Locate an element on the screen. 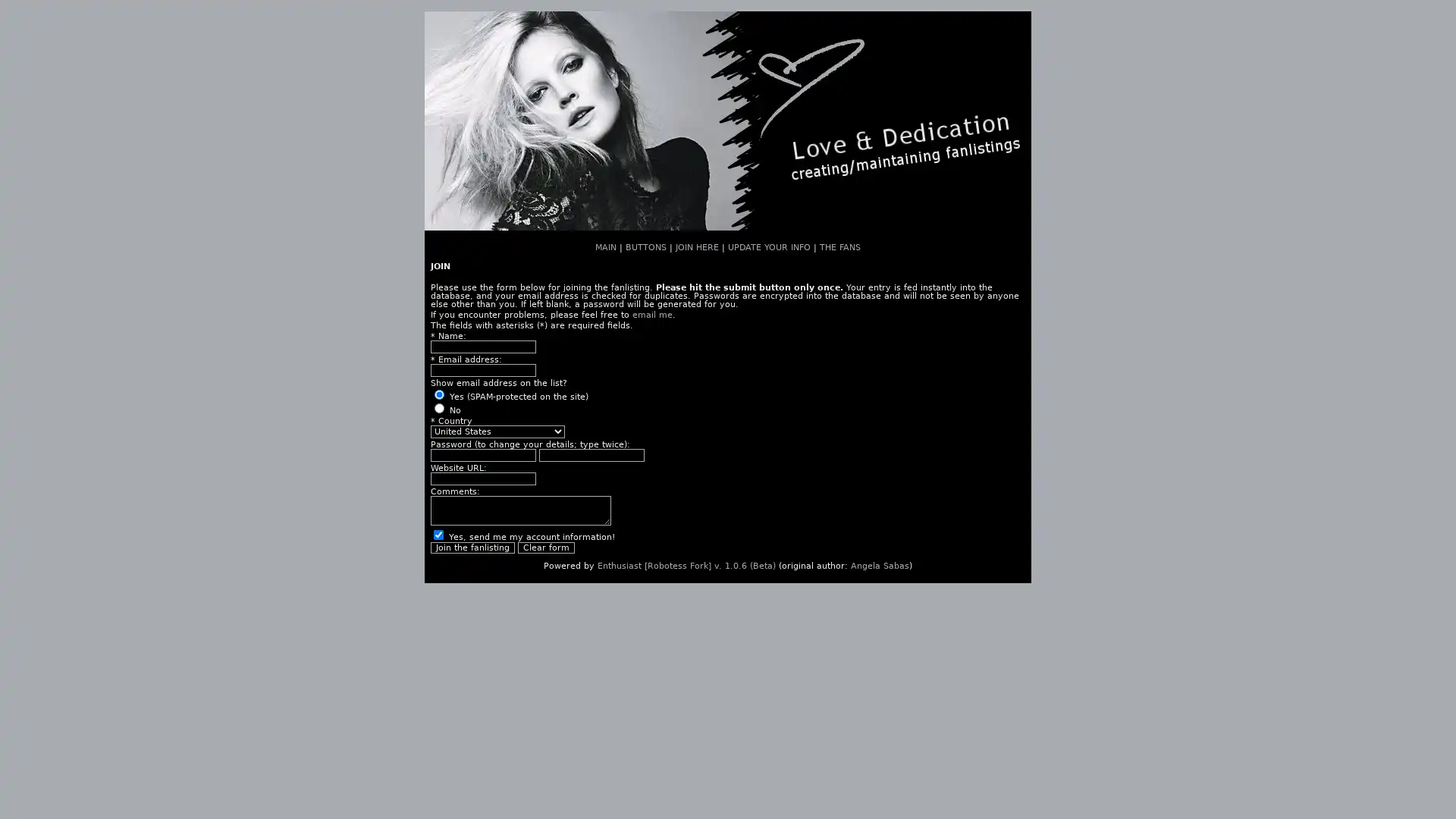  Join the fanlisting is located at coordinates (472, 548).